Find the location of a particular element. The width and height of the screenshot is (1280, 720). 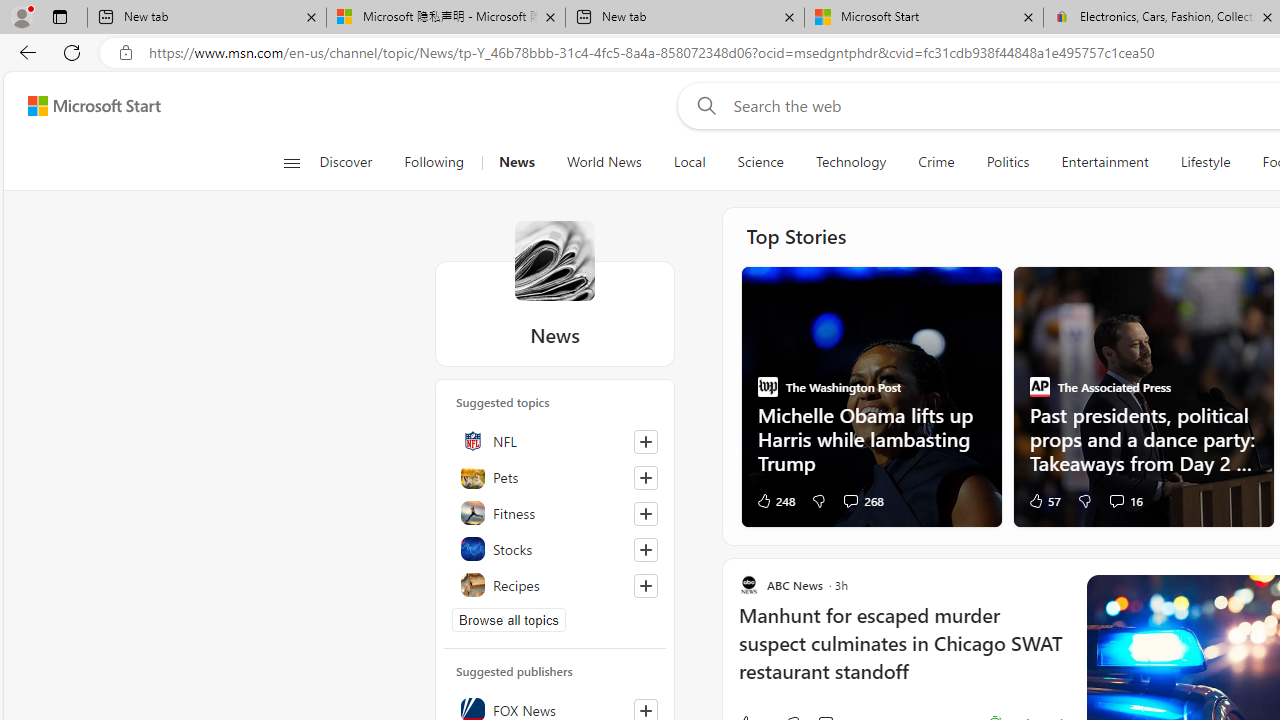

'57 Like' is located at coordinates (1042, 499).